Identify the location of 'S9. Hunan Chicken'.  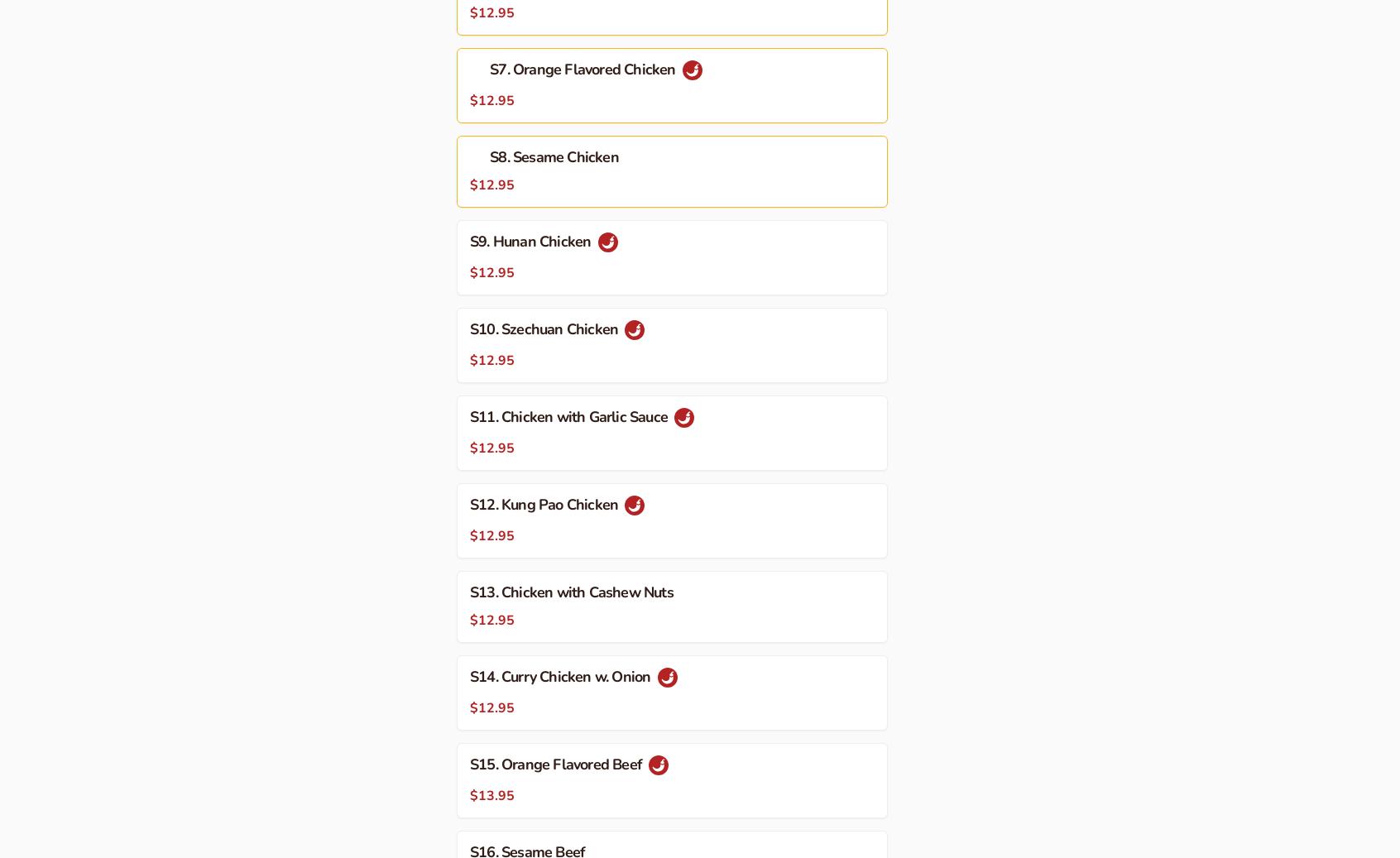
(469, 239).